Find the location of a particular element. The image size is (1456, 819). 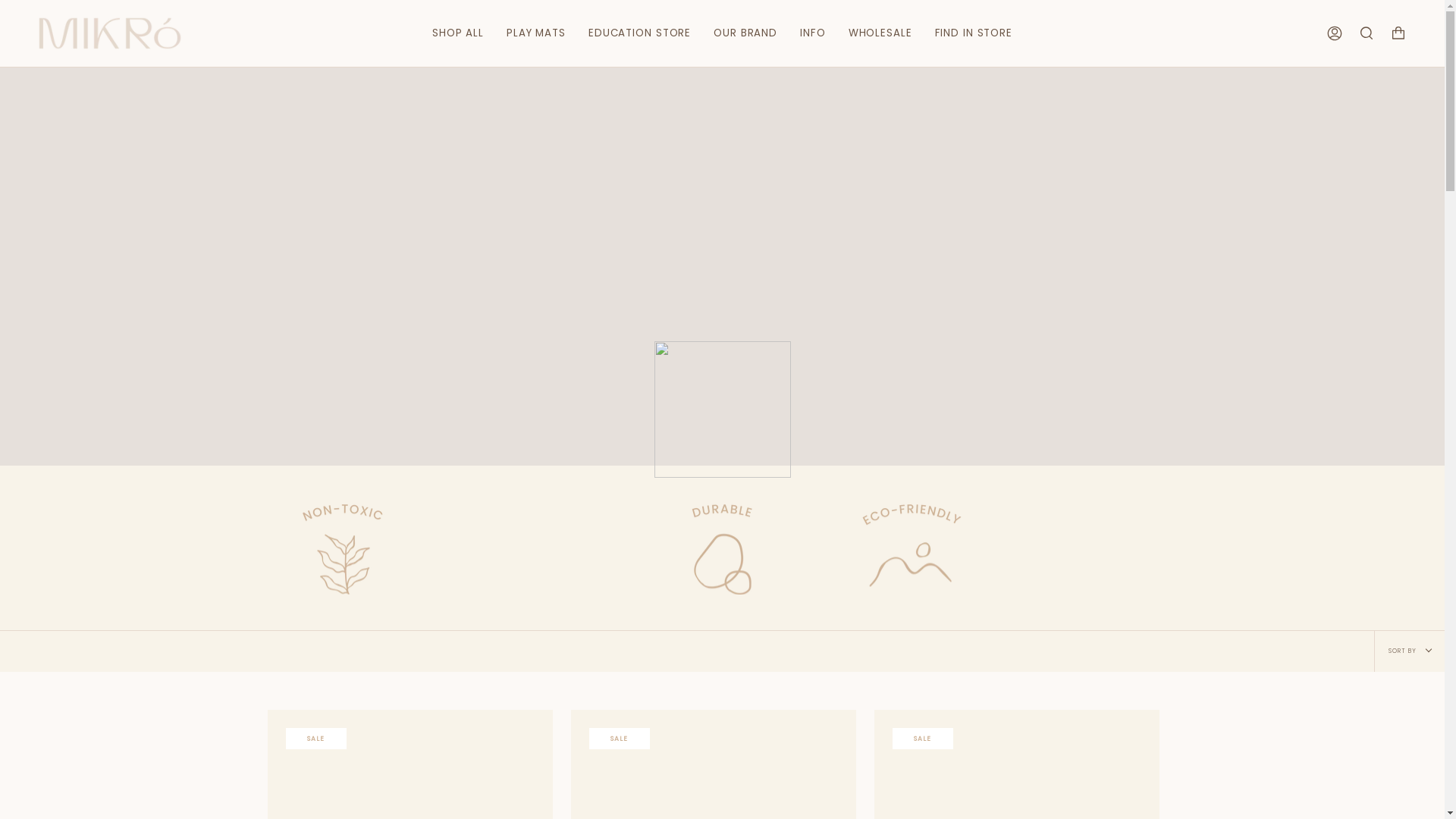

'FIND IN STORE' is located at coordinates (973, 33).